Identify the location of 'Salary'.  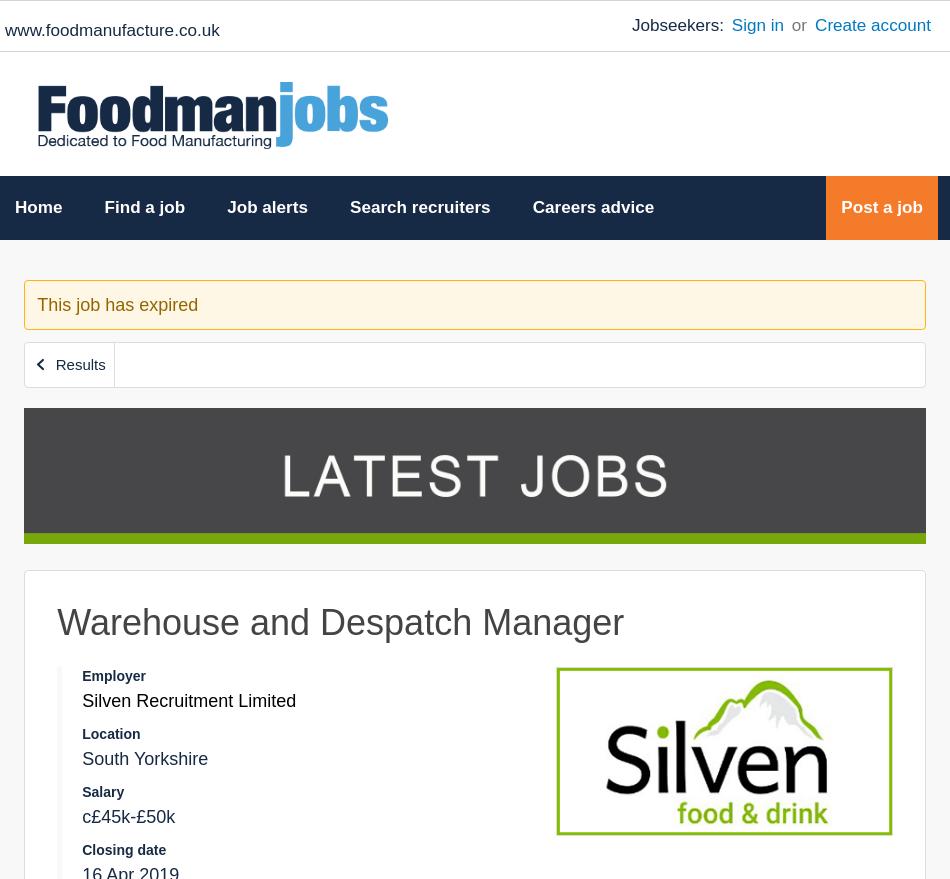
(102, 791).